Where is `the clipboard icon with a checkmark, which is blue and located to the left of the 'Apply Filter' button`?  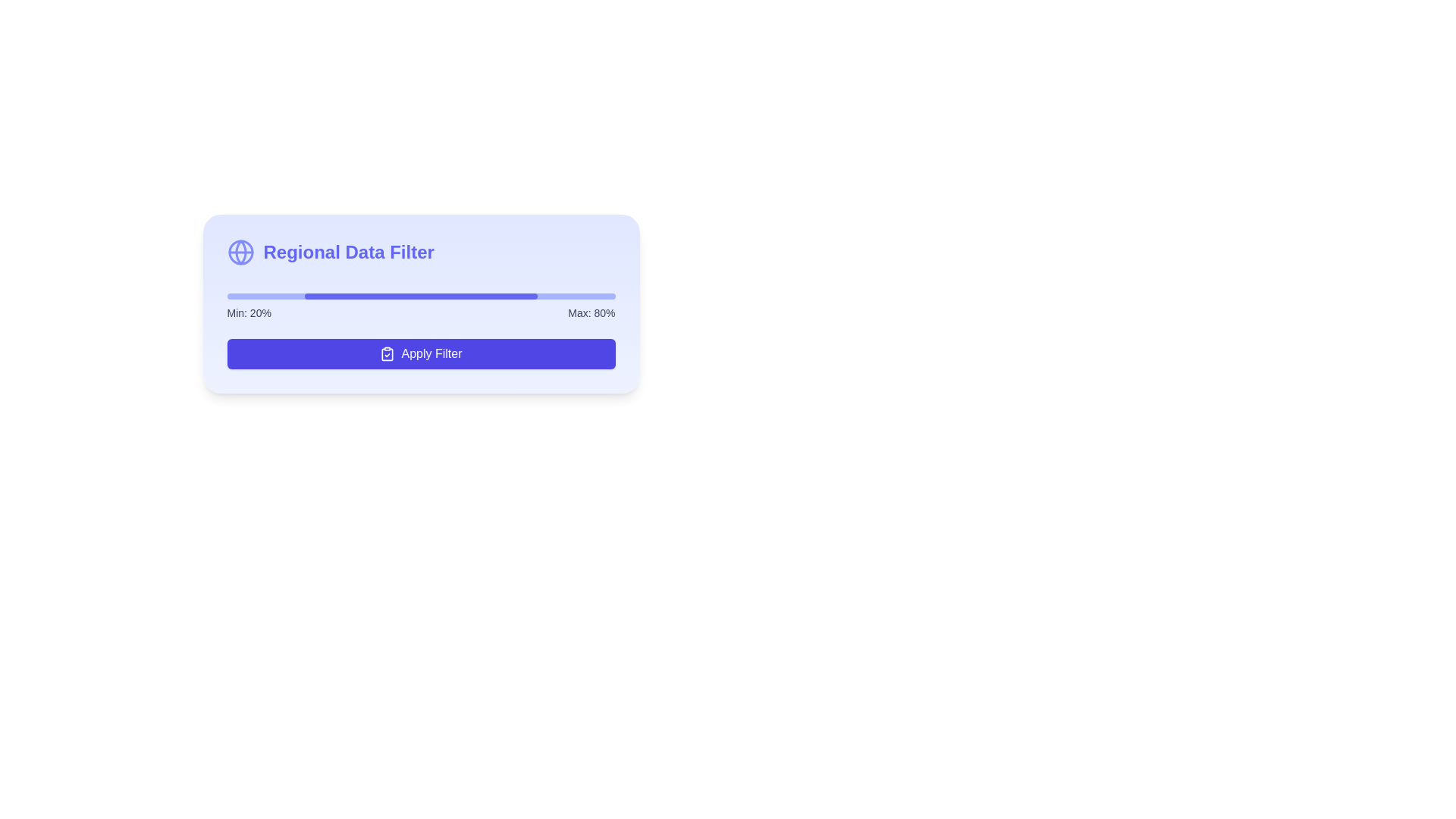
the clipboard icon with a checkmark, which is blue and located to the left of the 'Apply Filter' button is located at coordinates (388, 353).